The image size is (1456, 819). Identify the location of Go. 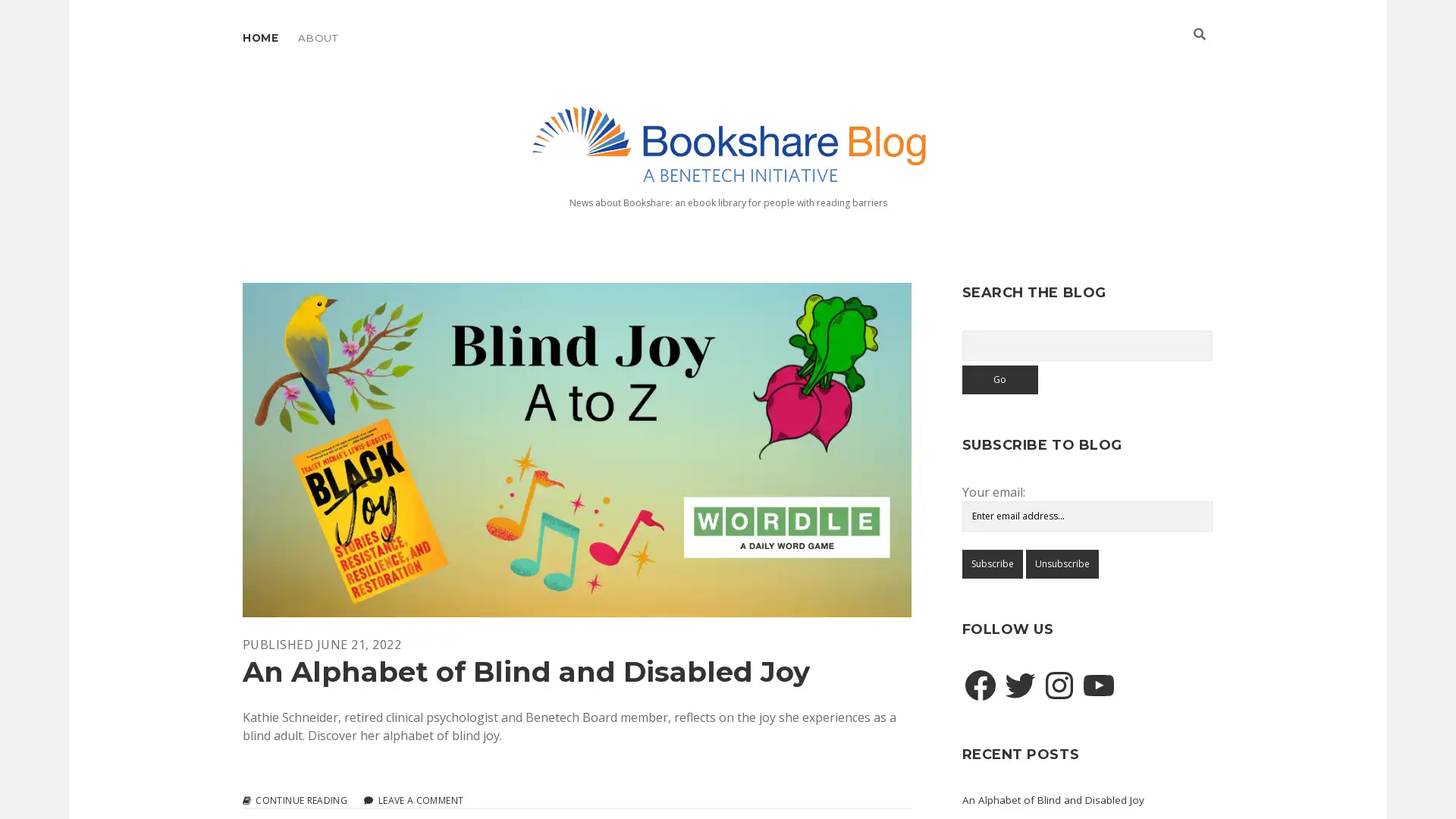
(999, 378).